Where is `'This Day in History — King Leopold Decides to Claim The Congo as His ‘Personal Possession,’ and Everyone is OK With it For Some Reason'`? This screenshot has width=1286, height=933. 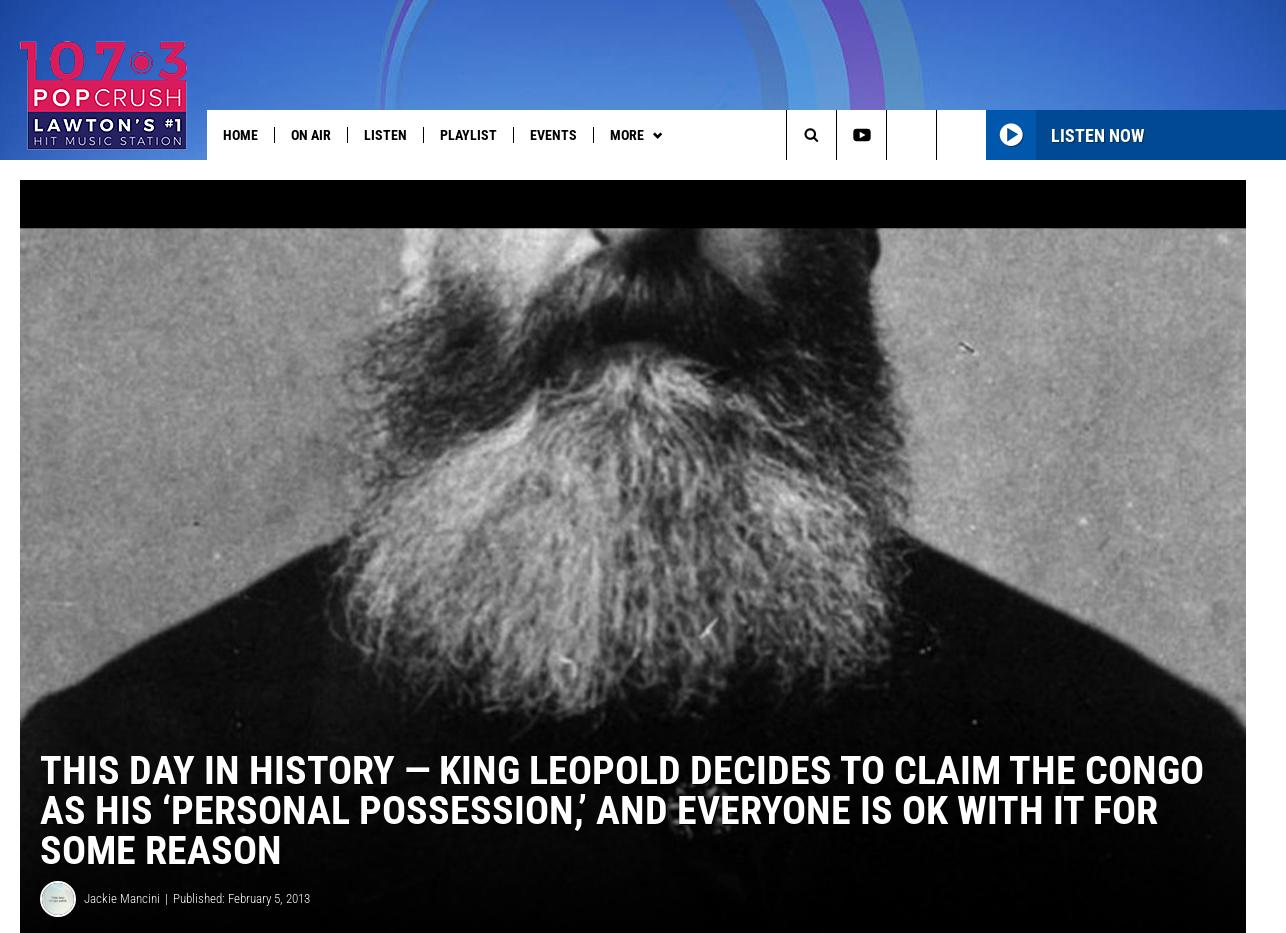
'This Day in History — King Leopold Decides to Claim The Congo as His ‘Personal Possession,’ and Everyone is OK With it For Some Reason' is located at coordinates (621, 841).